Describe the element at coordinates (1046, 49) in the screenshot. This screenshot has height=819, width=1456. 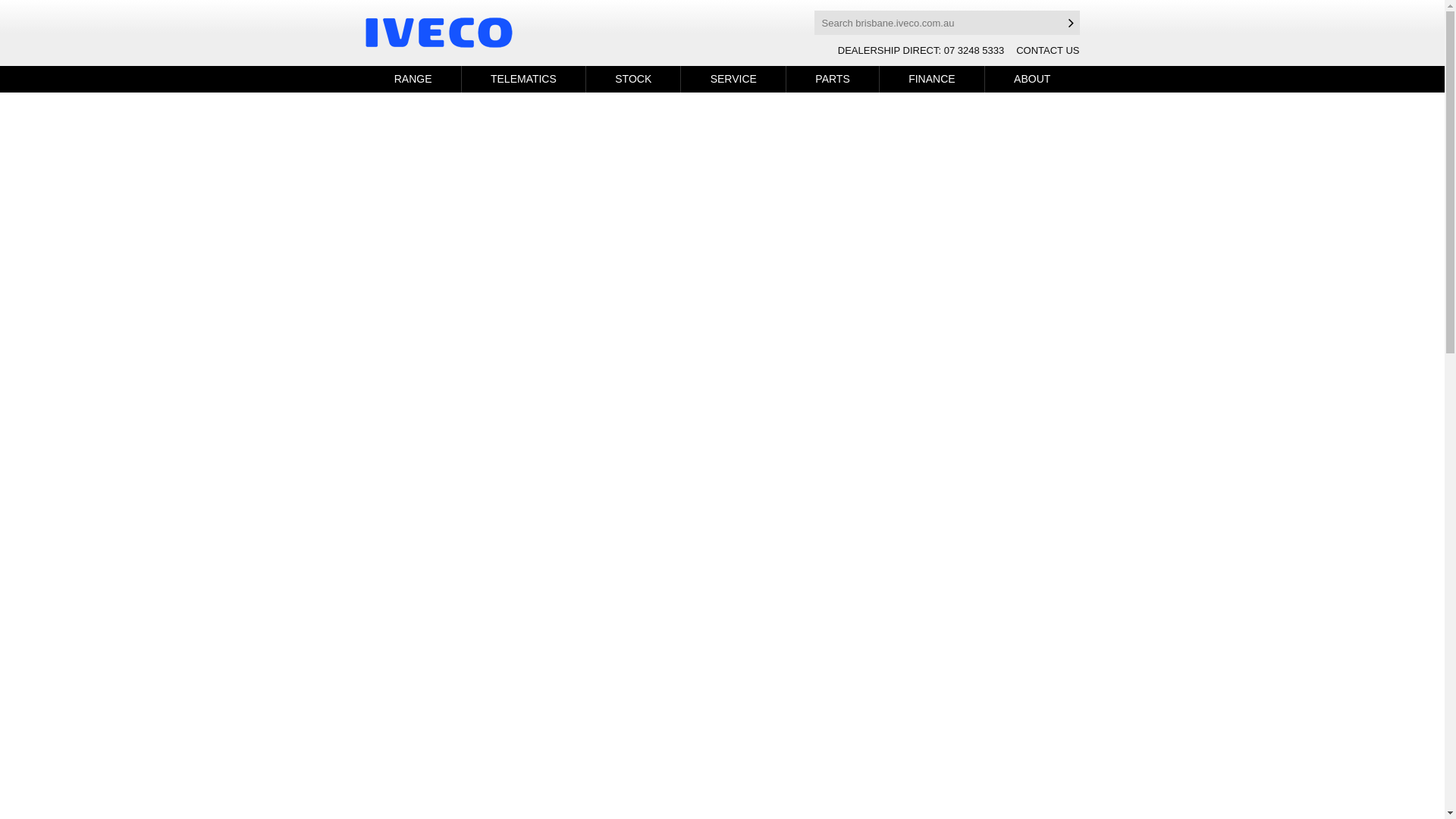
I see `'CONTACT US'` at that location.